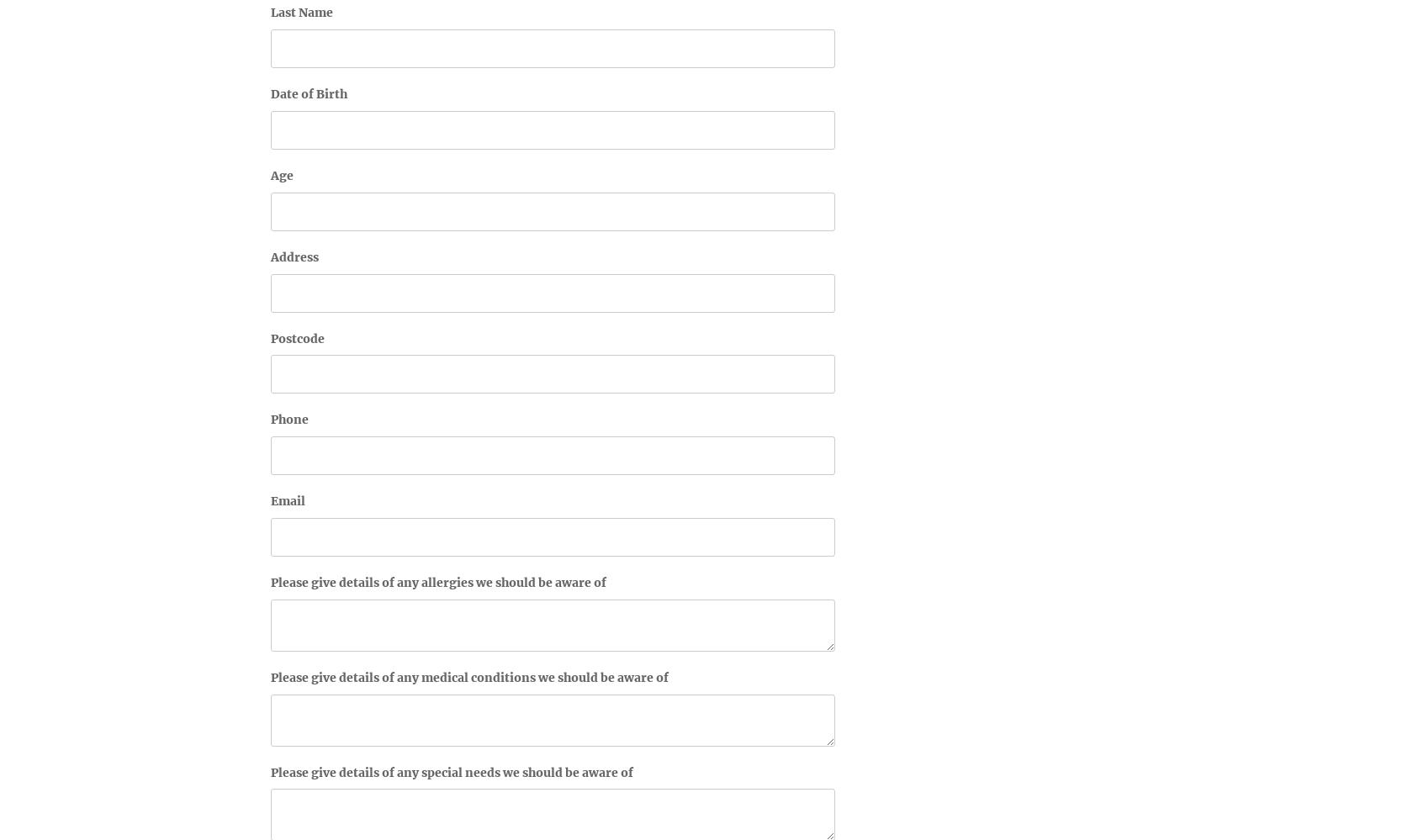 The width and height of the screenshot is (1413, 840). I want to click on 'Please give details of any special needs we should be aware of', so click(452, 771).